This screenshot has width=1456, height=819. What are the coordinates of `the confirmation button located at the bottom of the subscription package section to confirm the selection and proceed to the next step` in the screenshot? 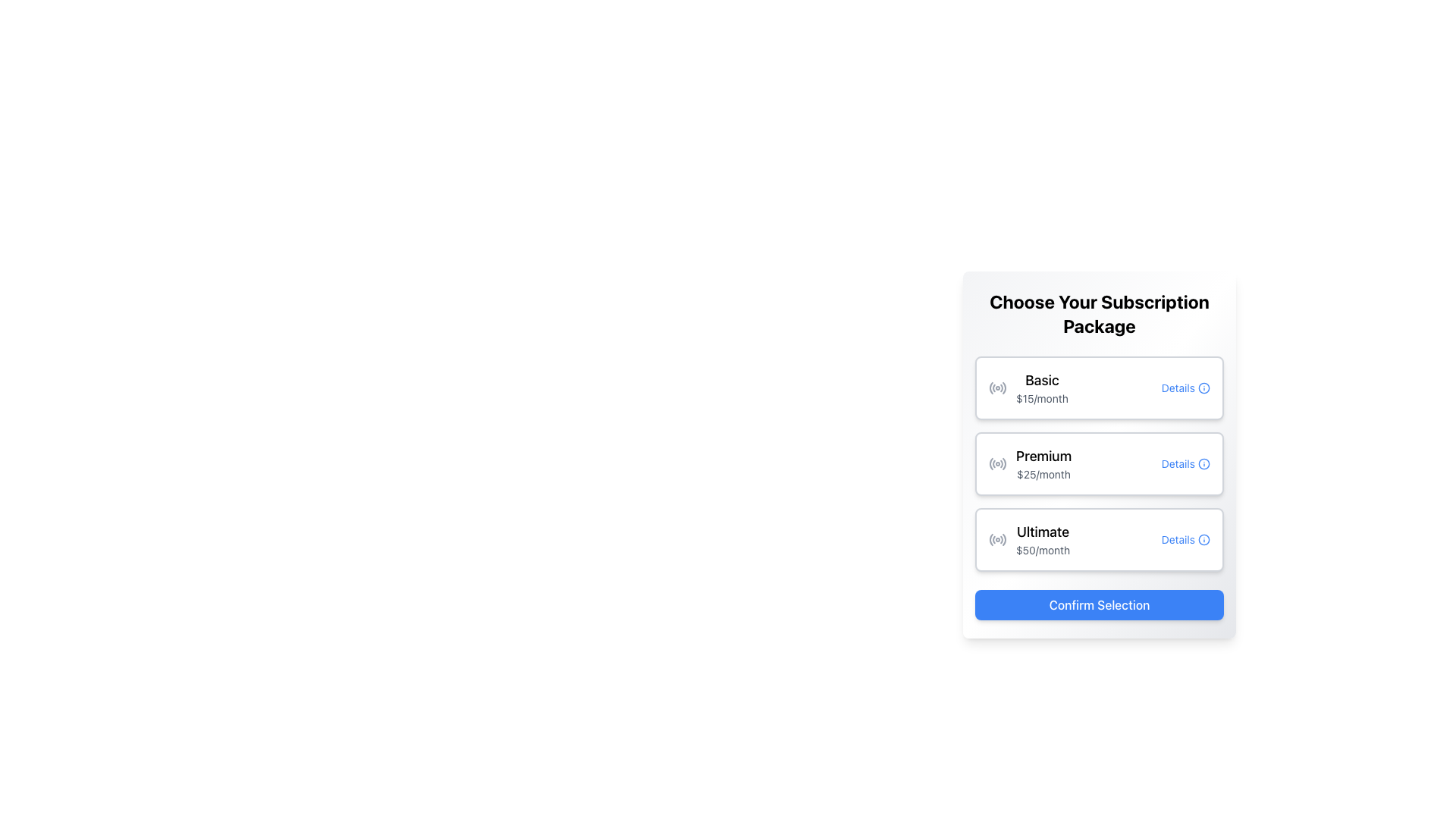 It's located at (1099, 604).